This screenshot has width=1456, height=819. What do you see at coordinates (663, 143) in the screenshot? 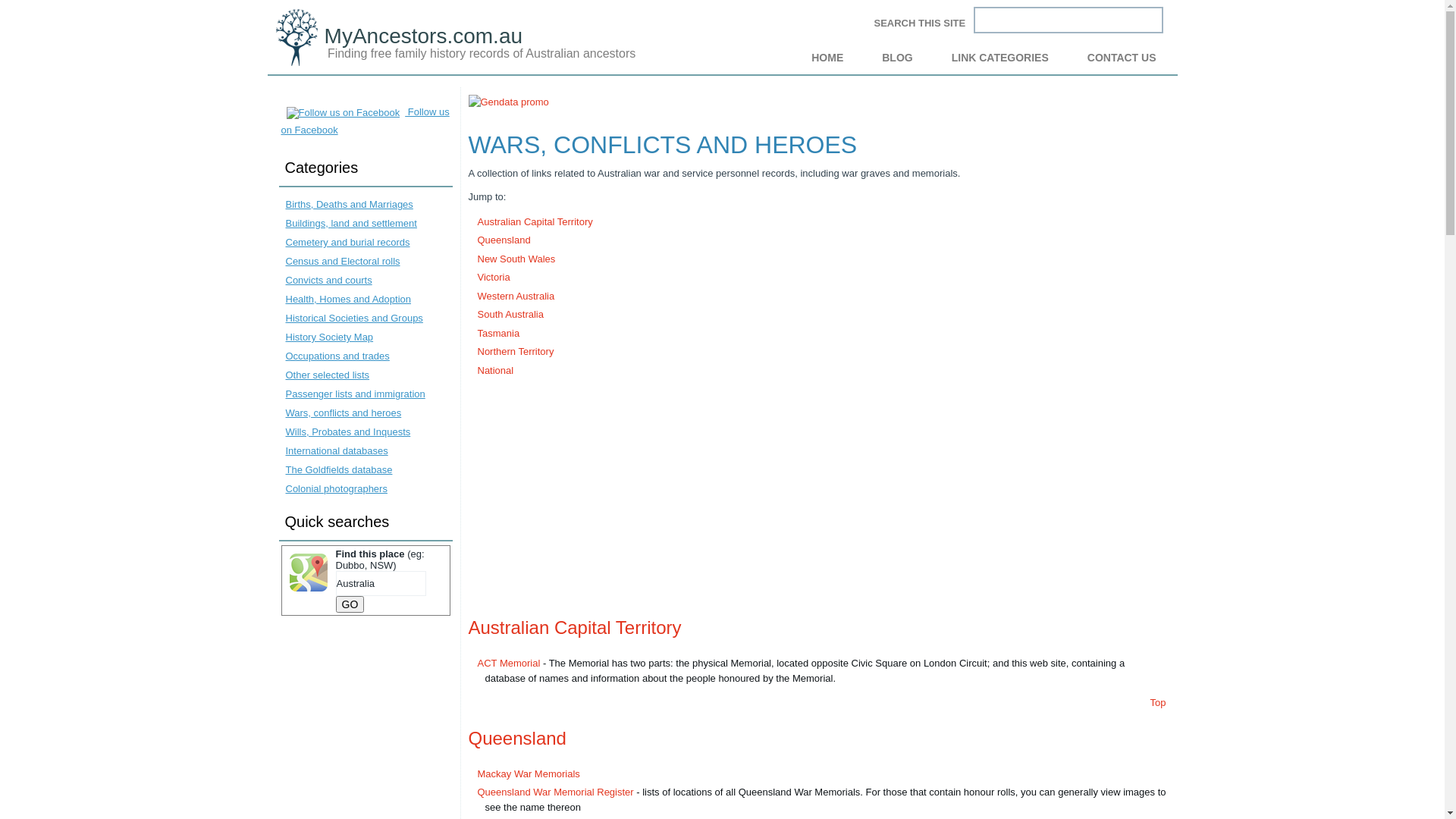
I see `'WARS, CONFLICTS AND HEROES'` at bounding box center [663, 143].